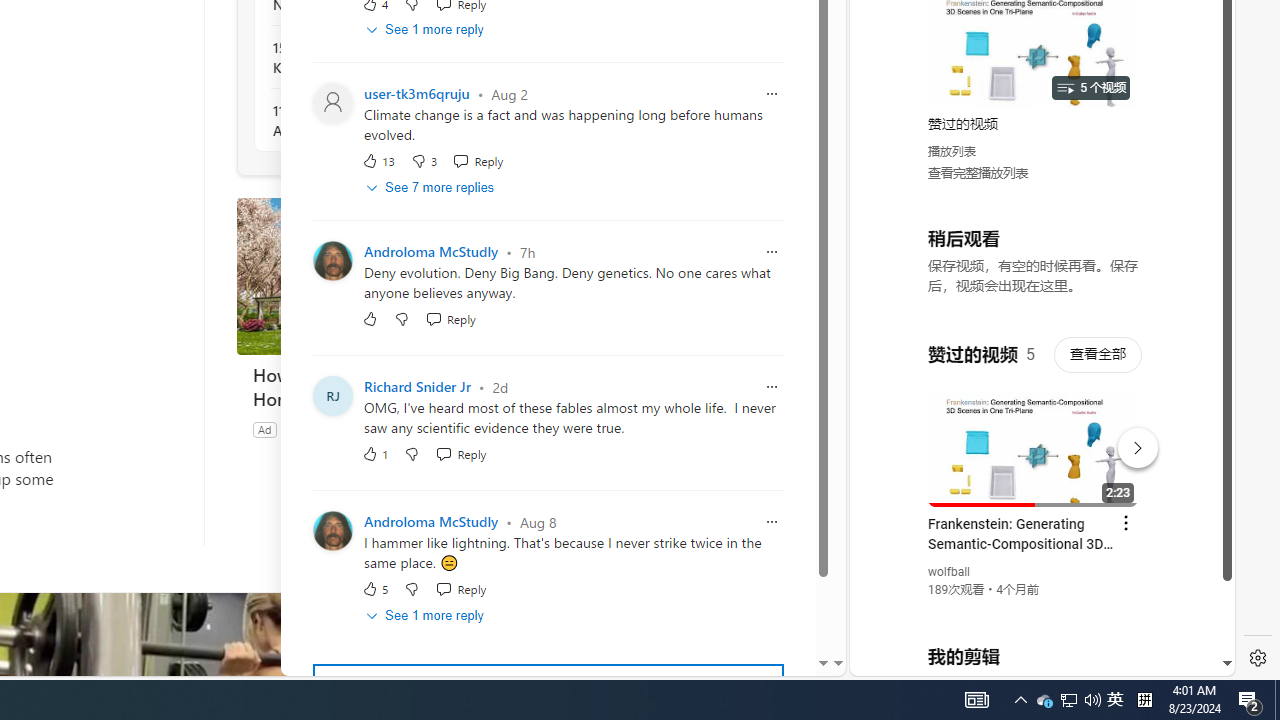 The image size is (1280, 720). Describe the element at coordinates (333, 530) in the screenshot. I see `'Profile Picture'` at that location.